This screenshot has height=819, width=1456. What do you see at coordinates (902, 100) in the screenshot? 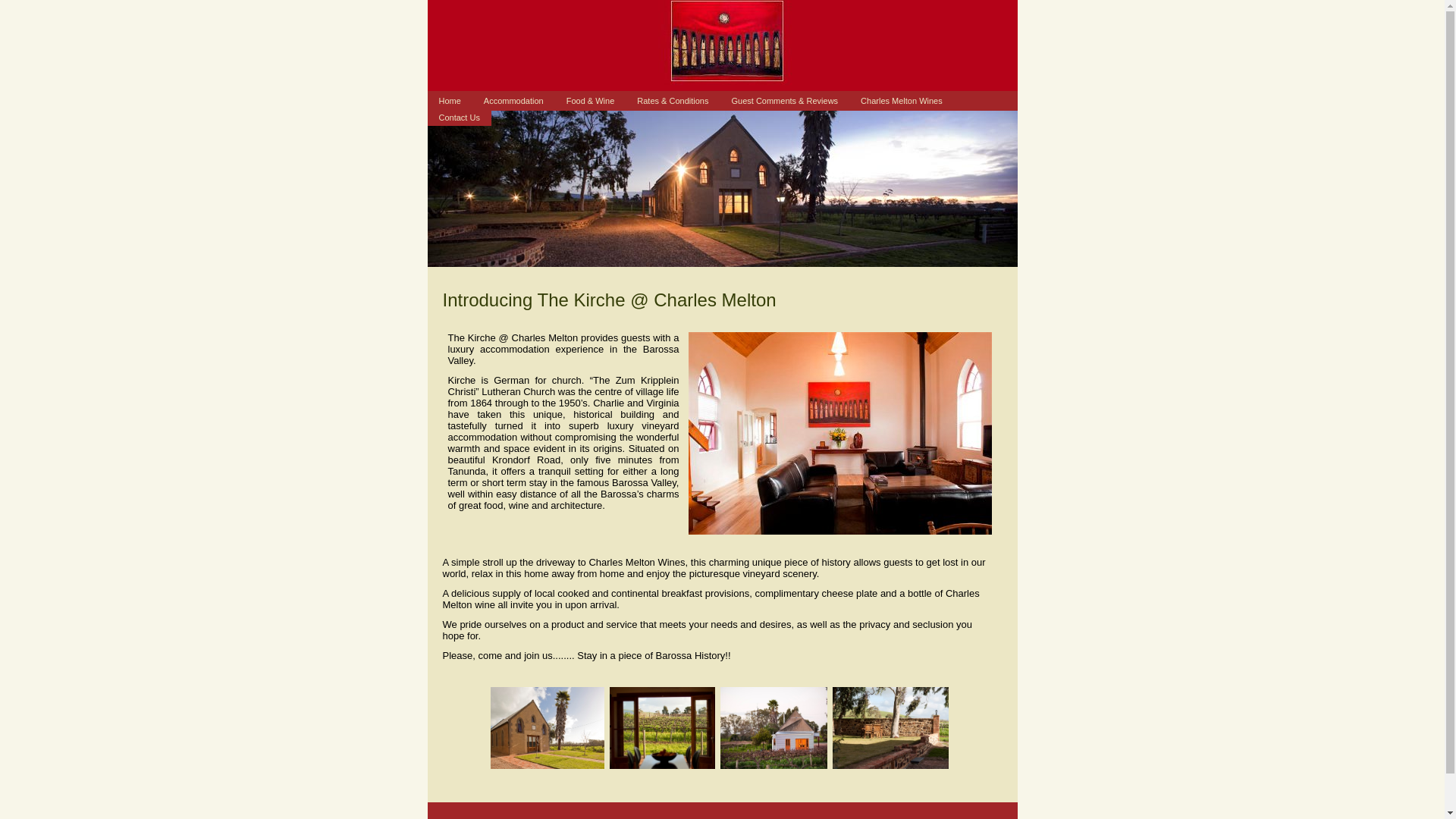
I see `'Charles Melton Wines'` at bounding box center [902, 100].